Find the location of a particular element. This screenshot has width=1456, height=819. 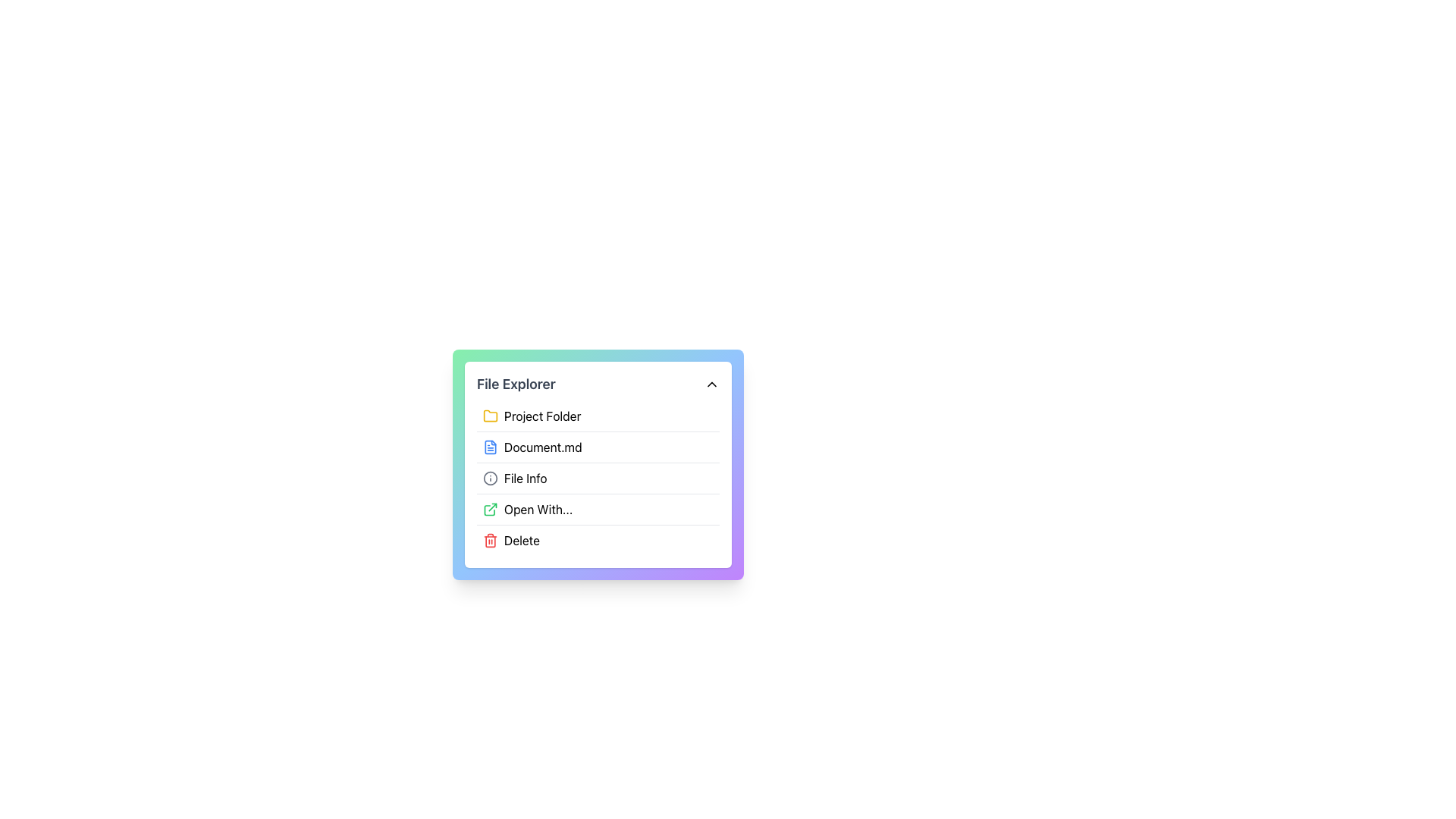

the information icon that is positioned to the left of the 'File Info' text in the menu options is located at coordinates (491, 479).